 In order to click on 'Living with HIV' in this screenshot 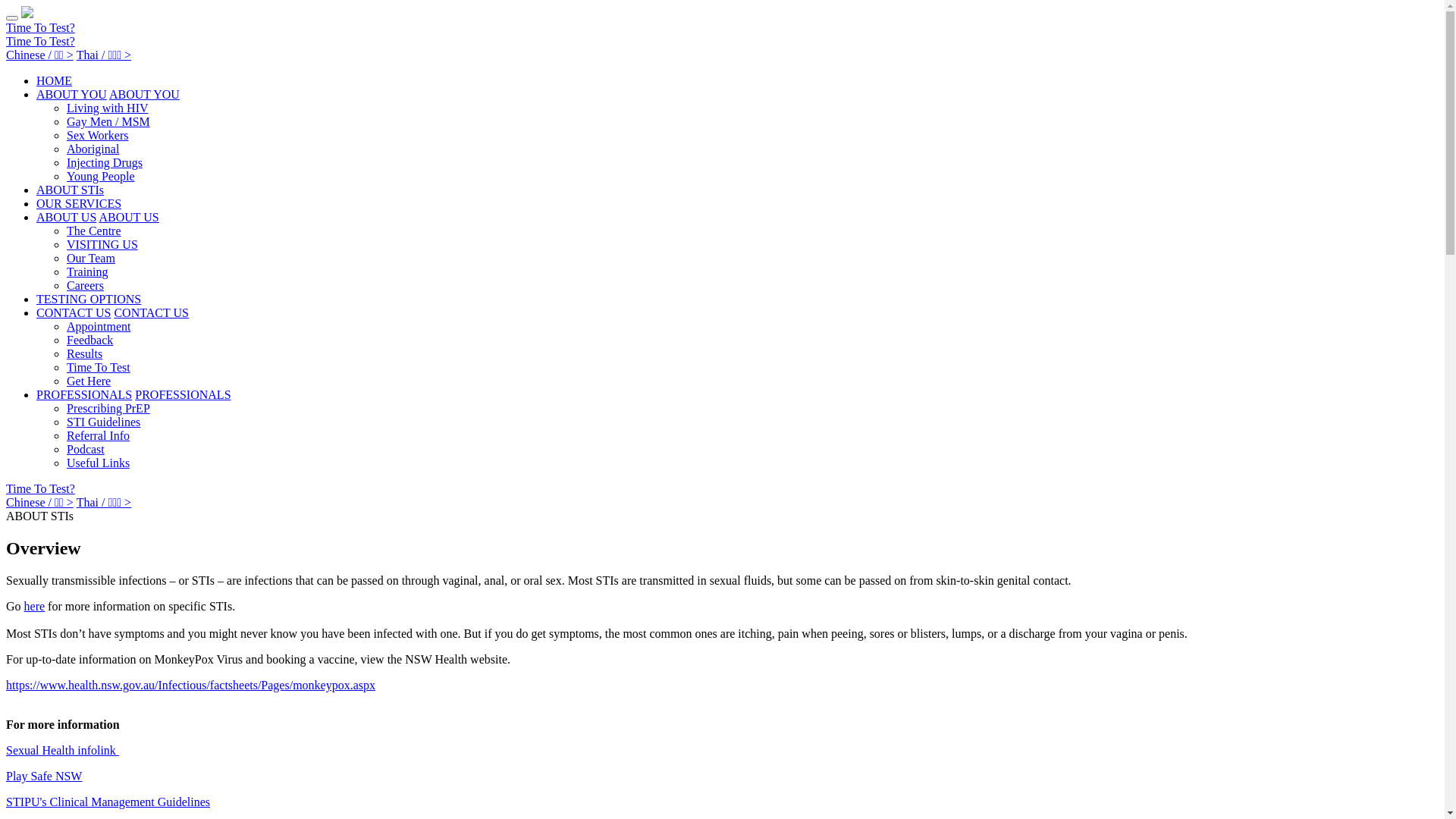, I will do `click(107, 107)`.